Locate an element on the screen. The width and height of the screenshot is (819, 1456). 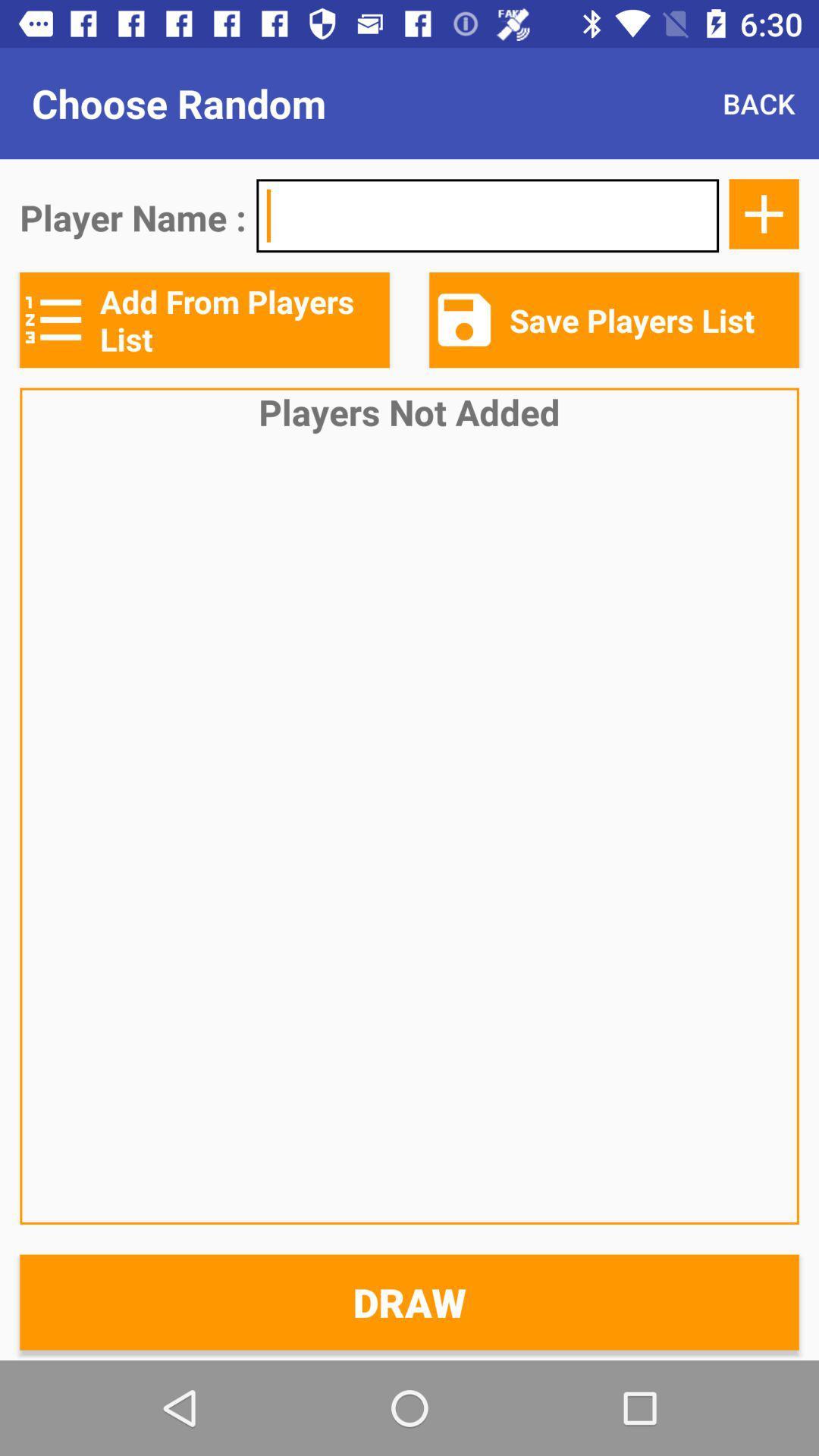
the name box is located at coordinates (488, 215).